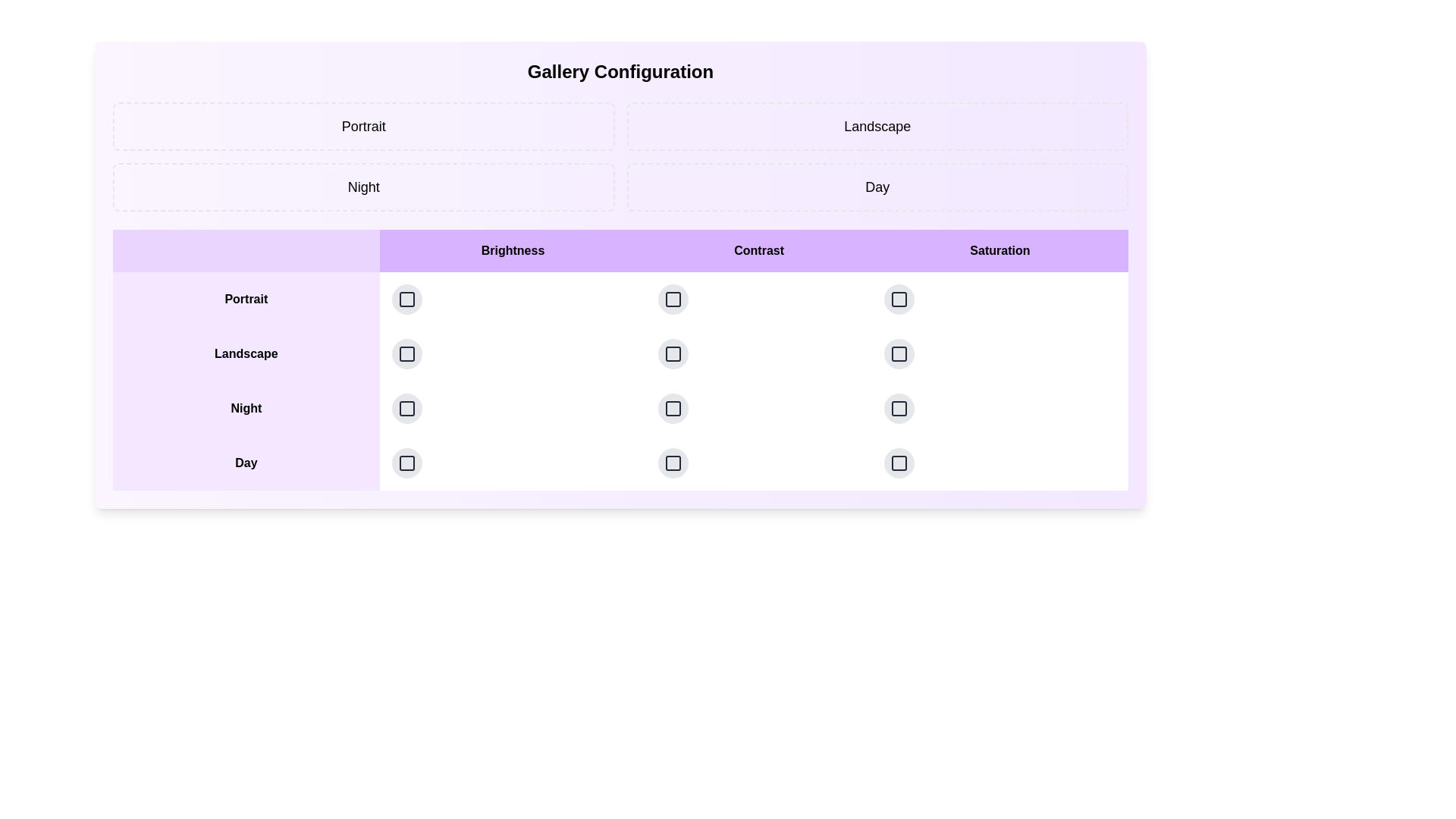 Image resolution: width=1456 pixels, height=819 pixels. I want to click on the checkbox for the 'Night' option under the 'Brightness' configuration, so click(406, 408).